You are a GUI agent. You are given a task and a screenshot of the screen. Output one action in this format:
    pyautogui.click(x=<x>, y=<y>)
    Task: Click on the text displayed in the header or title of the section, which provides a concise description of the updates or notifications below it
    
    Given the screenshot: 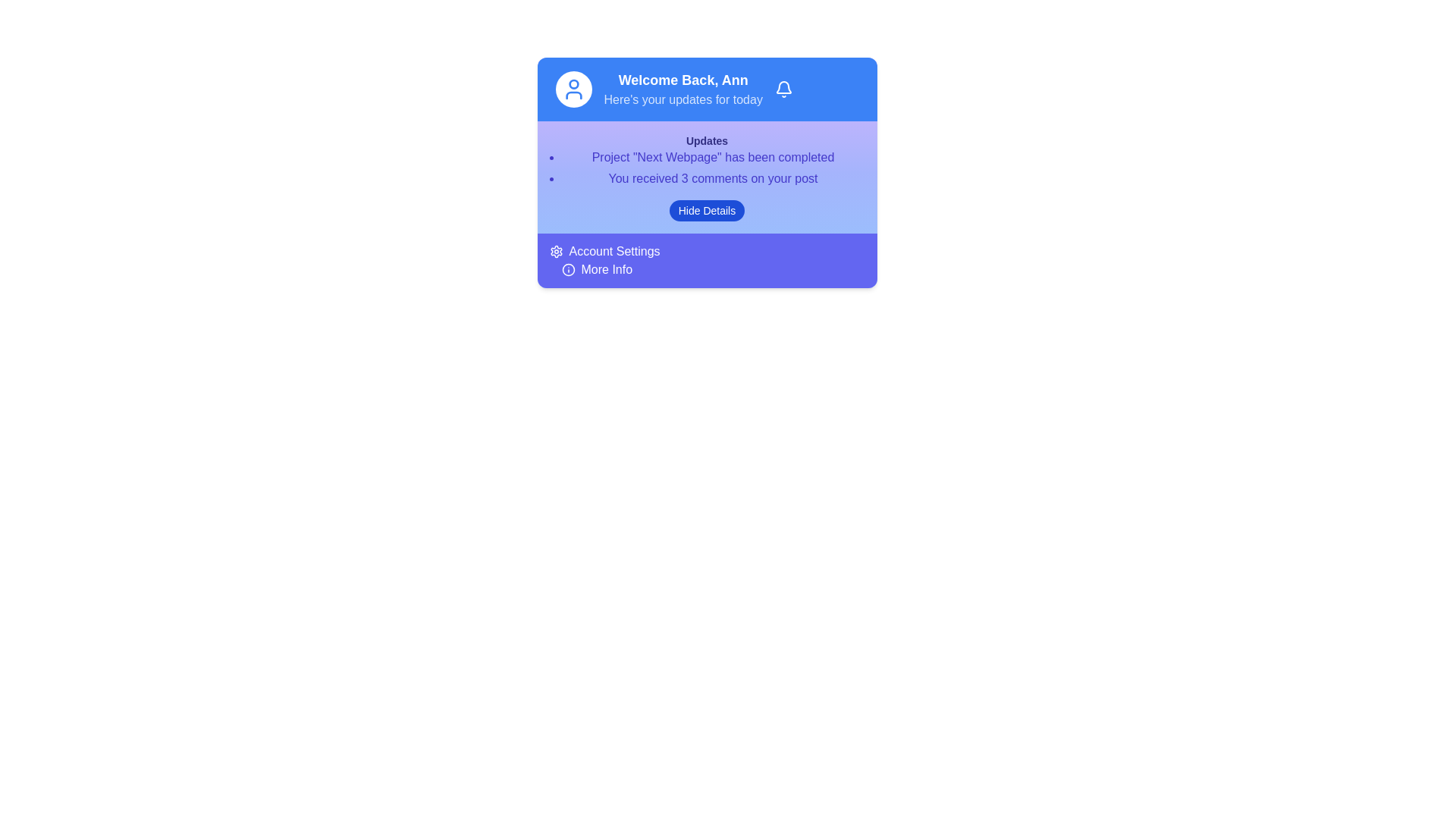 What is the action you would take?
    pyautogui.click(x=706, y=140)
    